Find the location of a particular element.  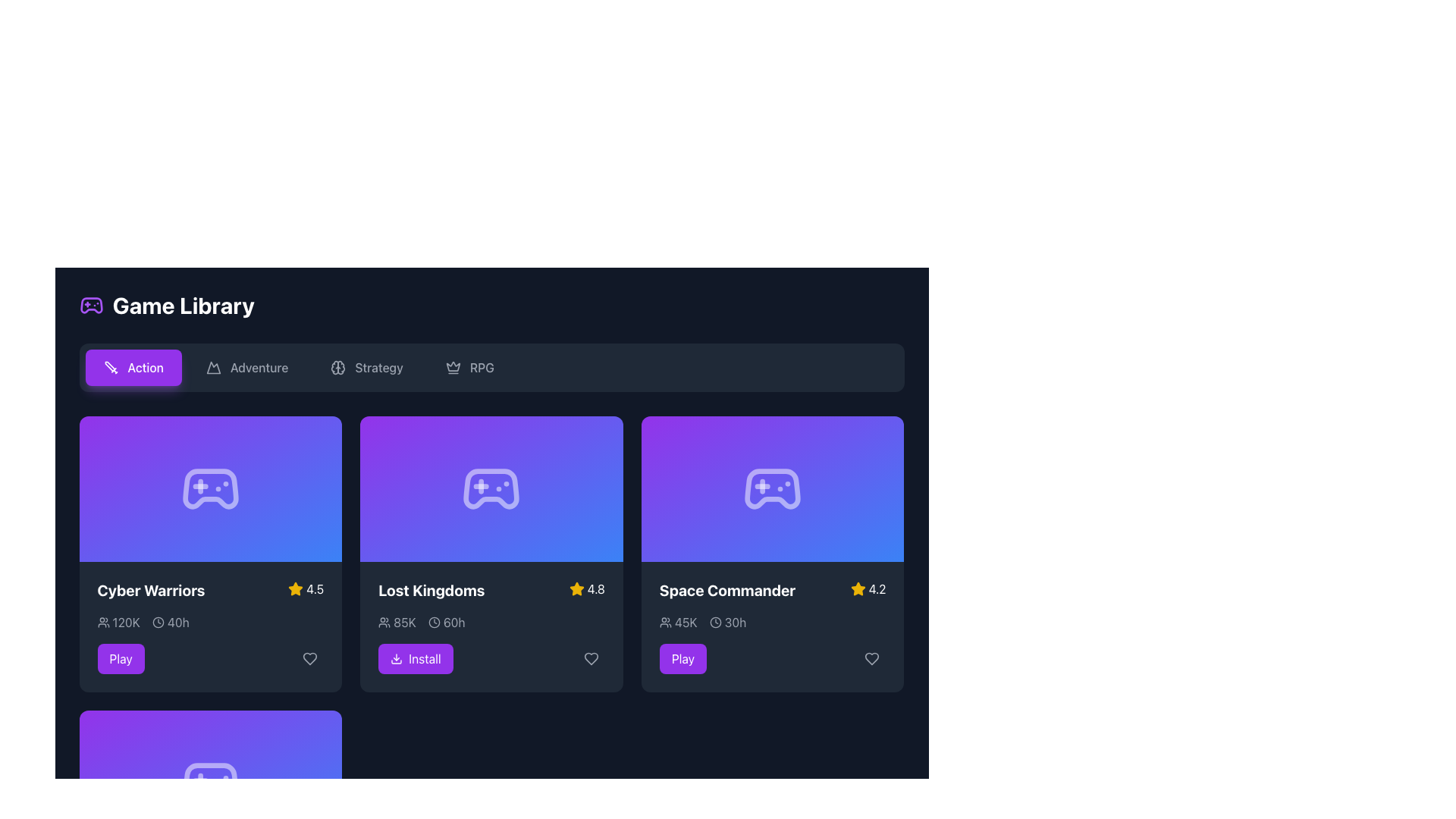

the text label displaying 'Space Commander' in bold white color, which is positioned at the top center of the third game card within the 'Game Library' section is located at coordinates (726, 590).